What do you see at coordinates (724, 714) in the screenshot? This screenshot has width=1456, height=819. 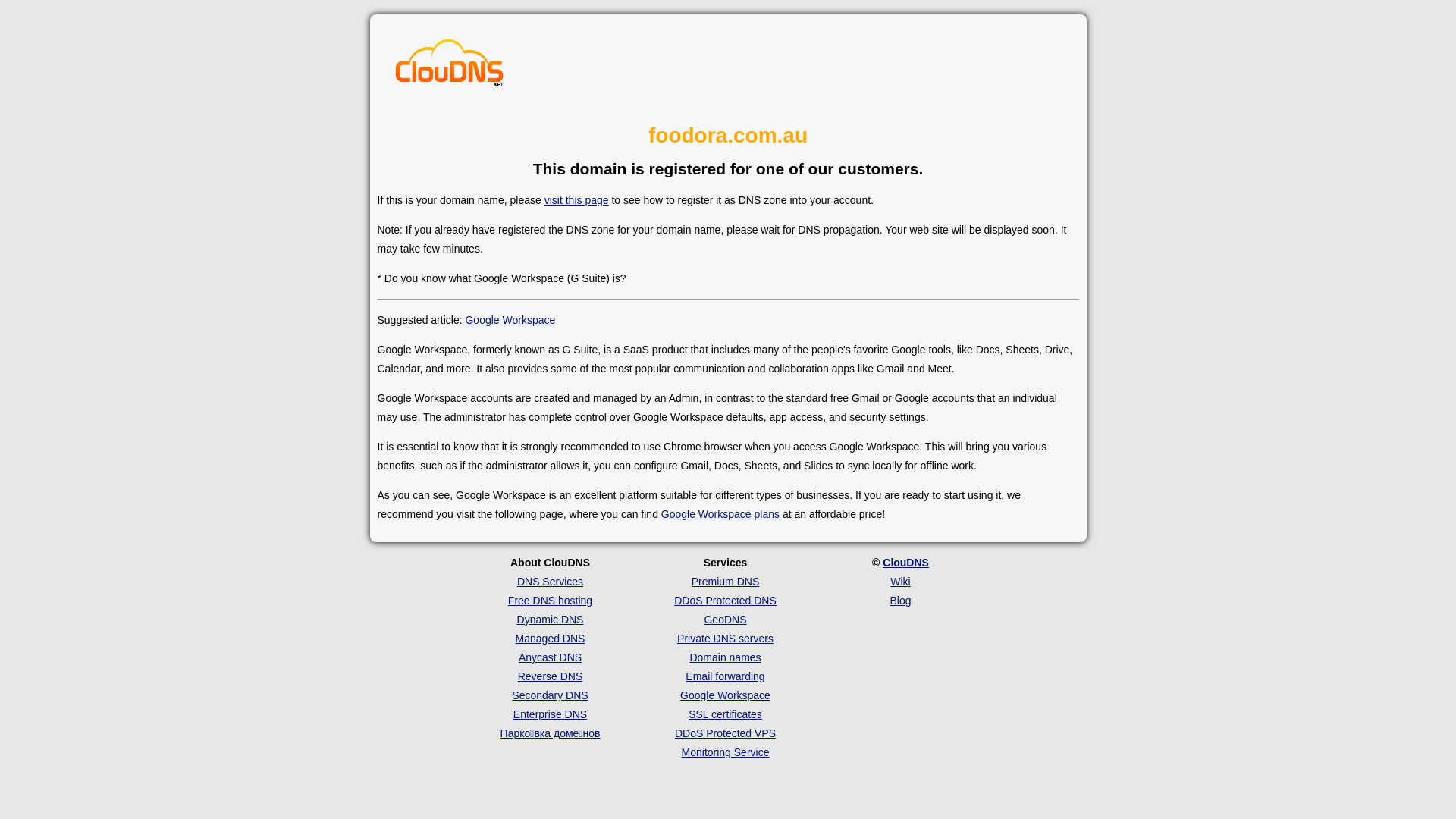 I see `'SSL certificates'` at bounding box center [724, 714].